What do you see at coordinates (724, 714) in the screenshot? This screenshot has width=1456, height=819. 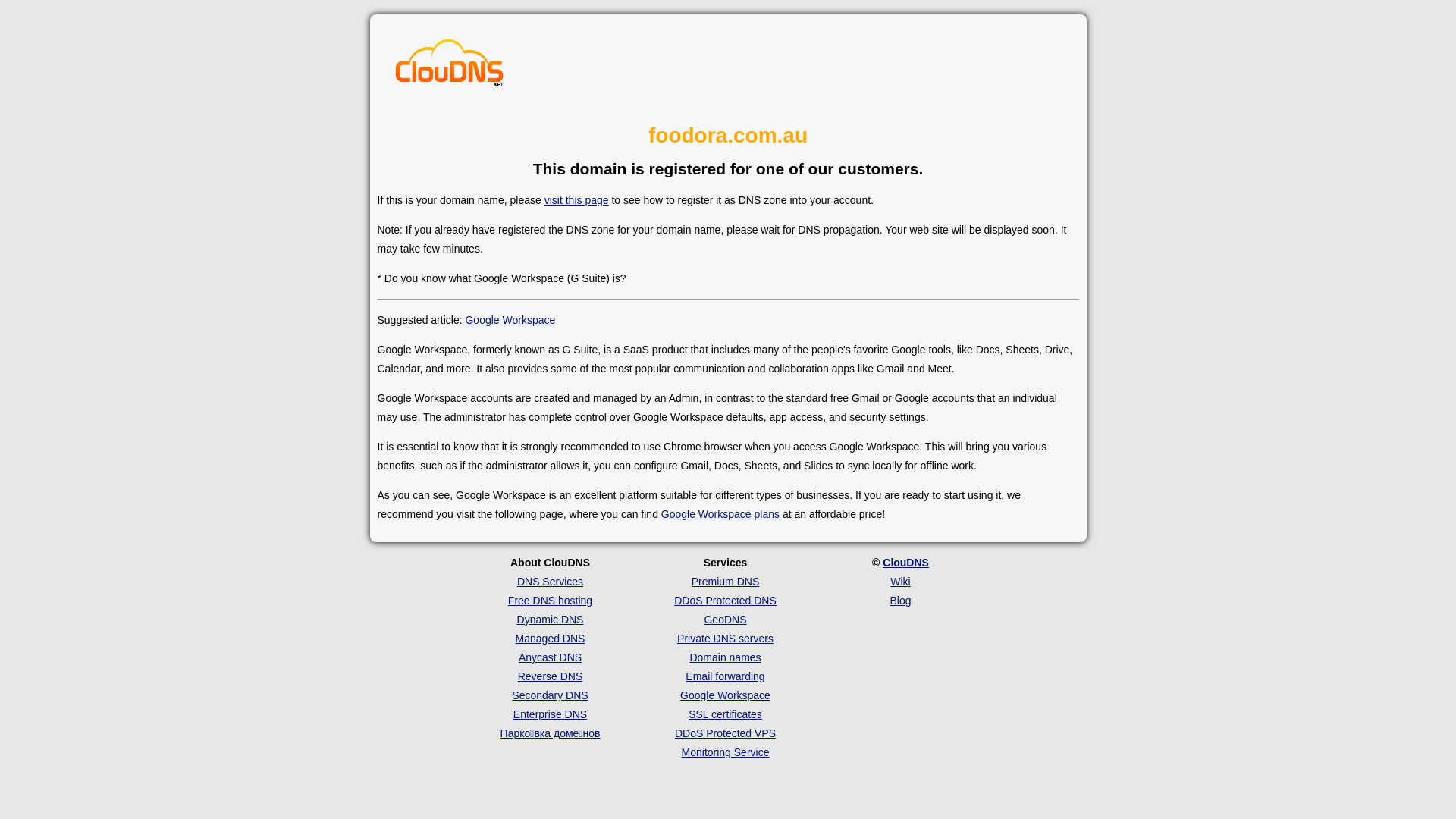 I see `'SSL certificates'` at bounding box center [724, 714].